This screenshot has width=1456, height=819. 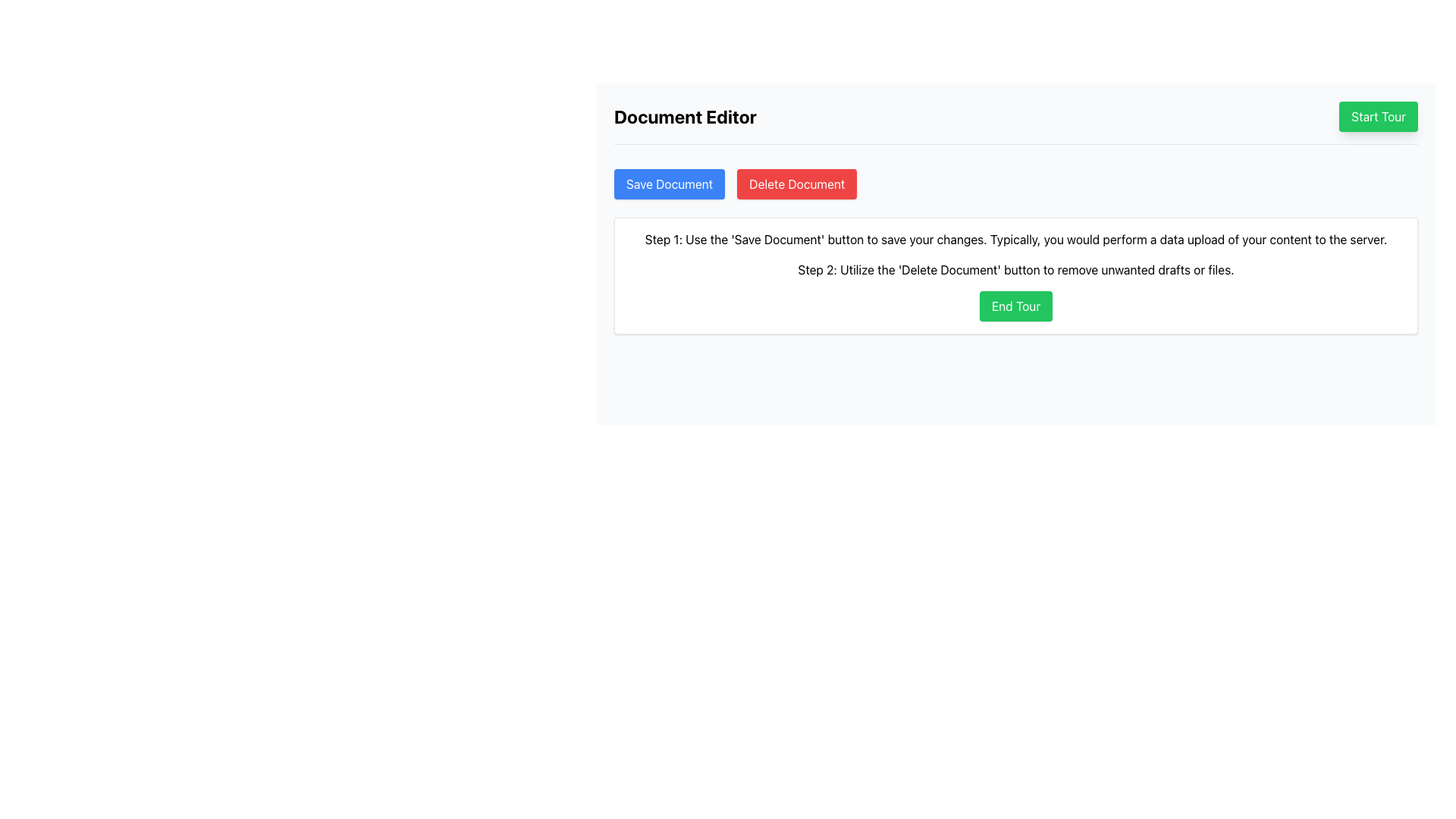 I want to click on the leftmost blue button labeled 'Save Document', so click(x=669, y=184).